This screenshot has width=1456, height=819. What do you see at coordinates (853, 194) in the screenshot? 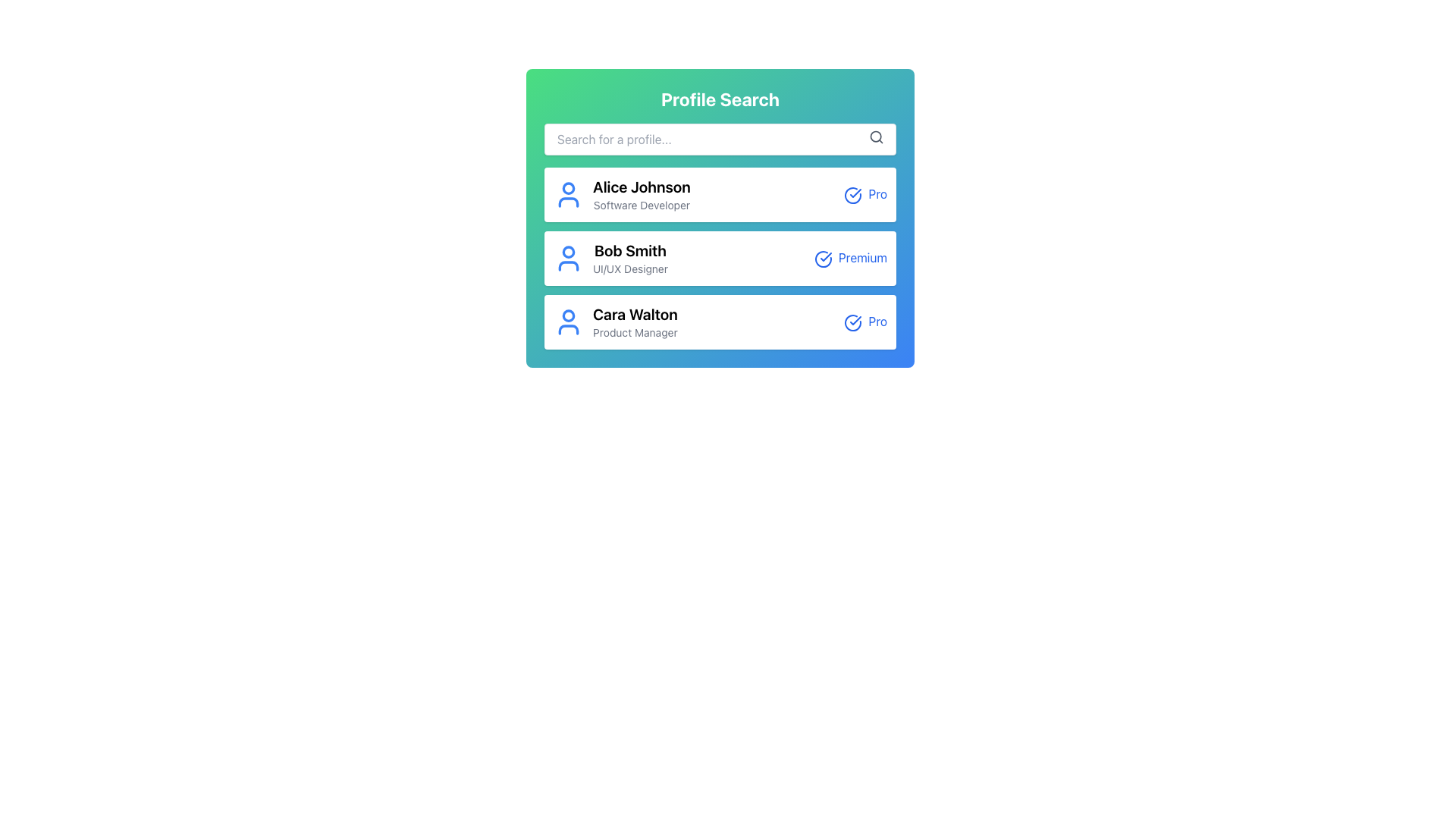
I see `the circular blue outlined icon with a checkmark, located to the right of 'Alice Johnson' and the label 'Pro' in the top item of the list` at bounding box center [853, 194].